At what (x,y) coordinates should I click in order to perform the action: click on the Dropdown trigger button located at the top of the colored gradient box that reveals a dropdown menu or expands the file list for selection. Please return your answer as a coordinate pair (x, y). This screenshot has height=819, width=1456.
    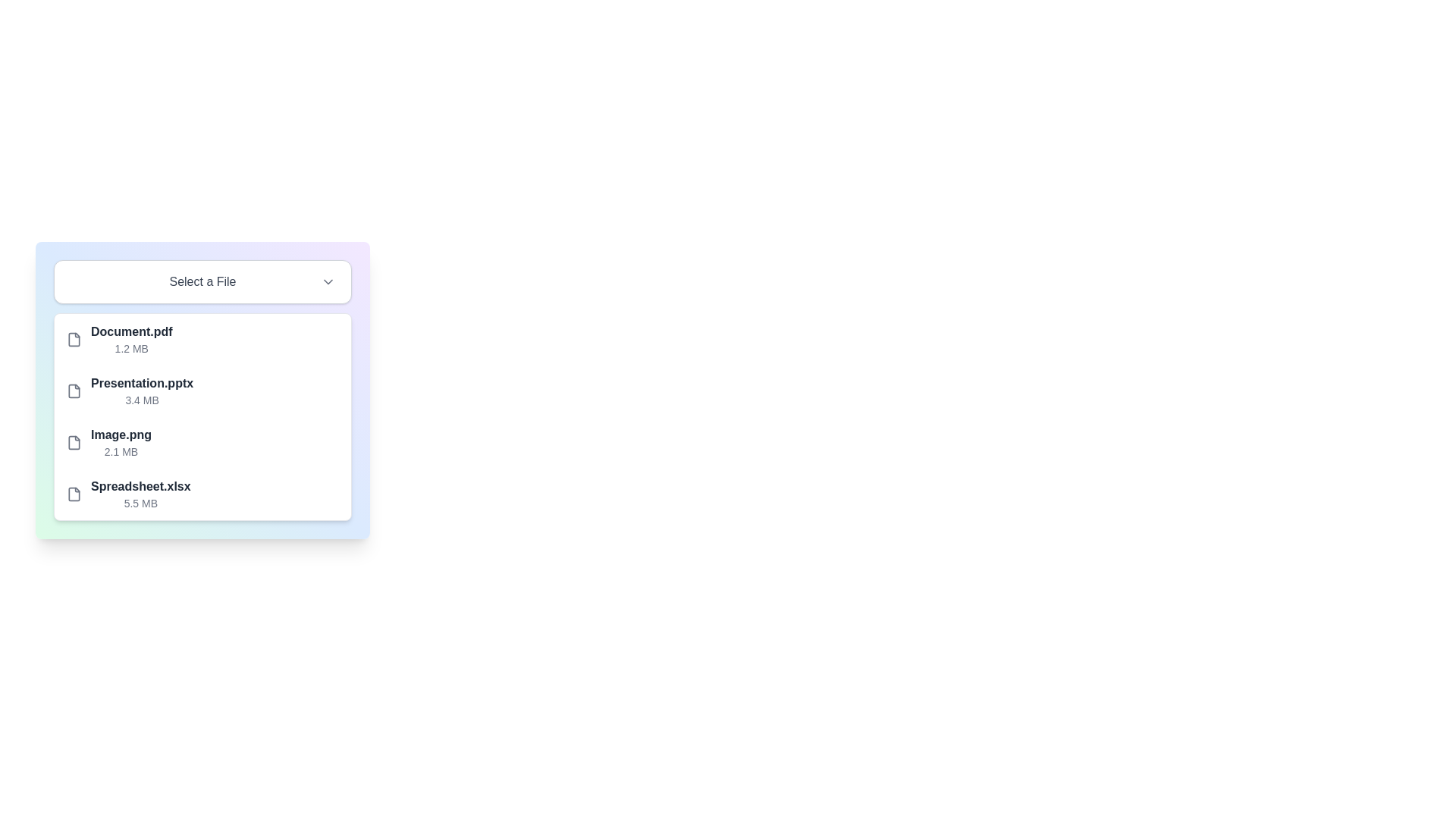
    Looking at the image, I should click on (202, 281).